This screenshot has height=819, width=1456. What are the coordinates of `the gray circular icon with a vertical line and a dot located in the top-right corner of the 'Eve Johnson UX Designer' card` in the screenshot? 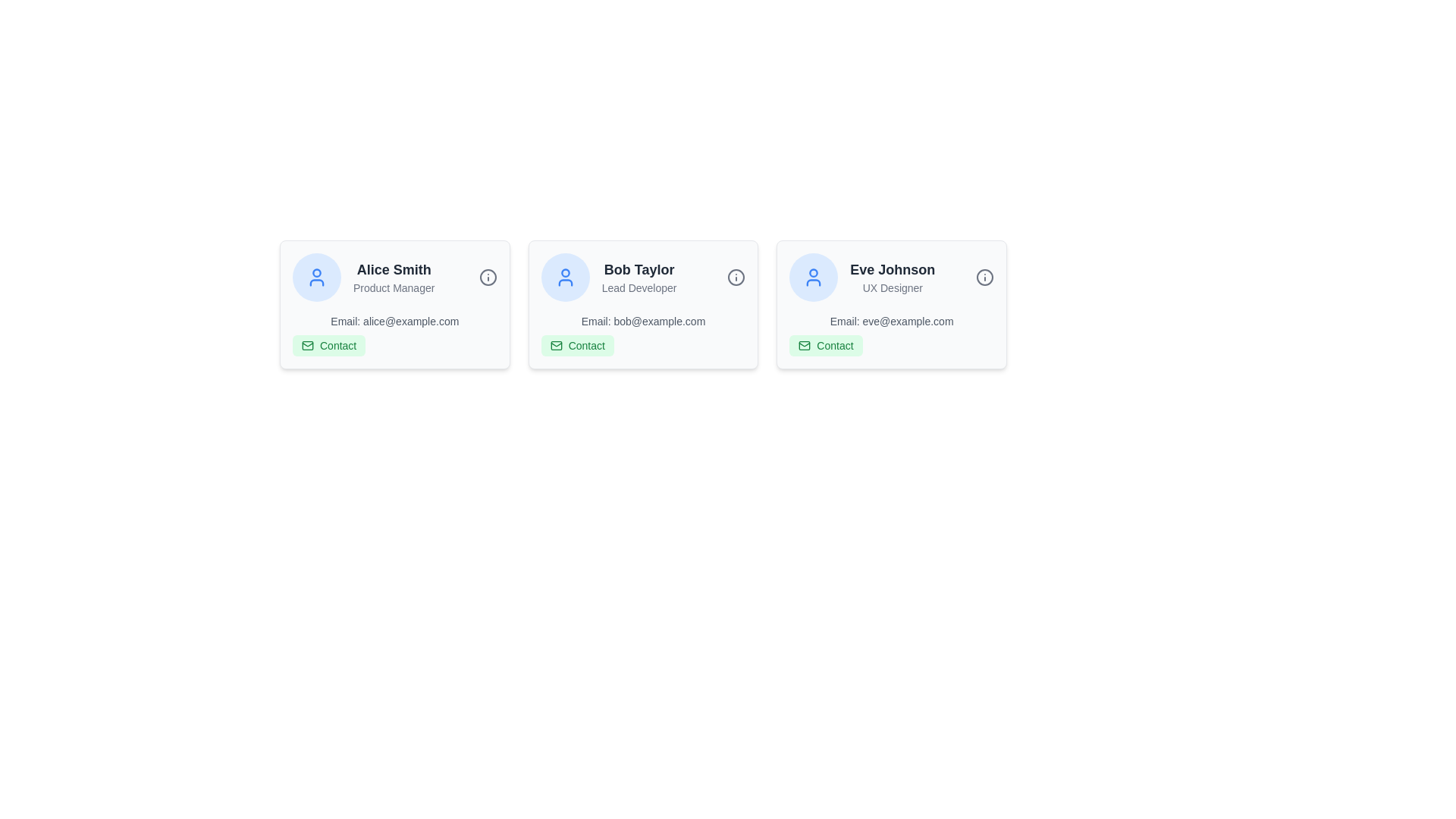 It's located at (985, 278).